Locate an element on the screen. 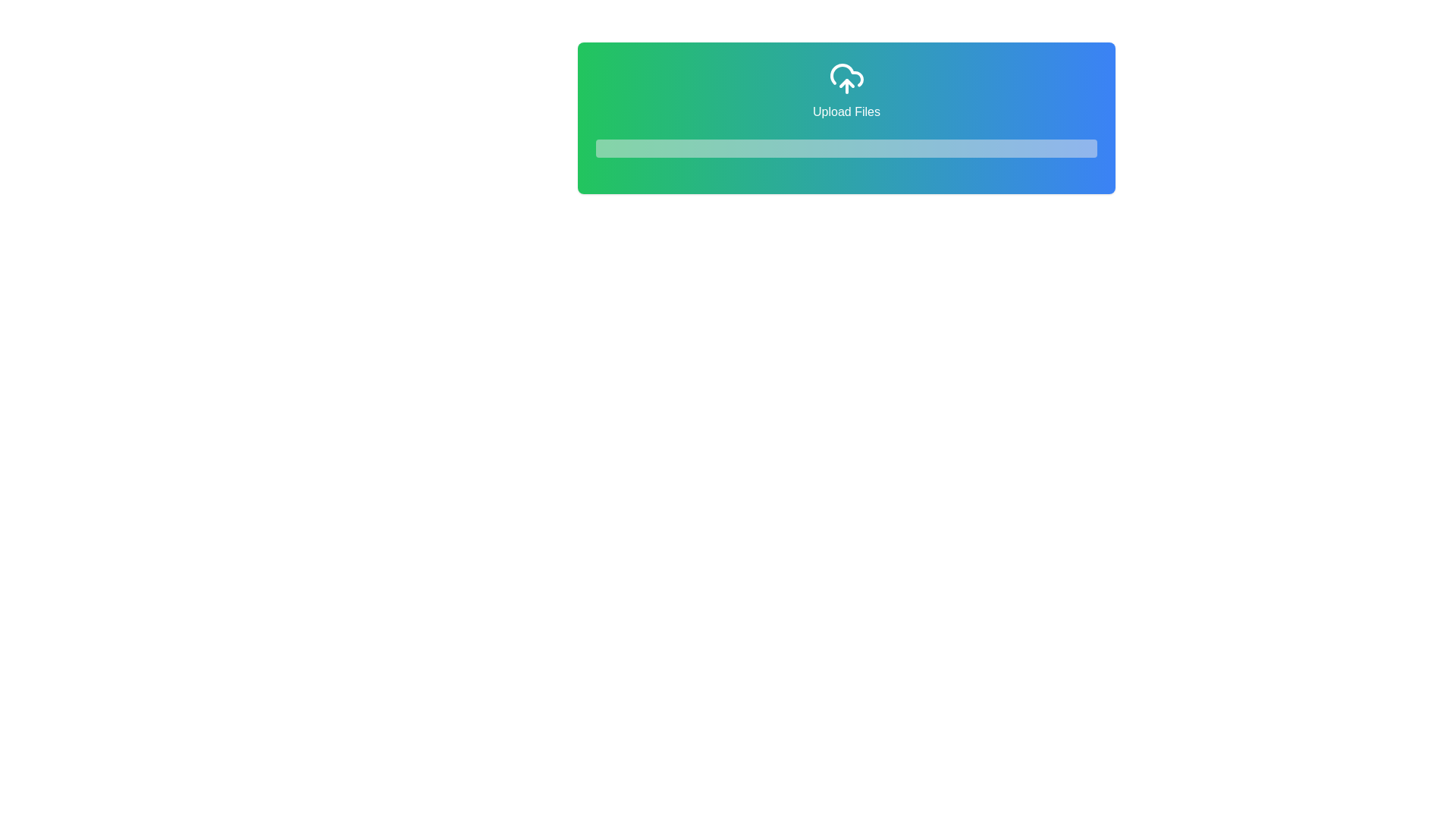 The image size is (1456, 819). the button-like component with a gradient background and an upload icon labeled 'Upload Files' to initiate file selection is located at coordinates (846, 117).